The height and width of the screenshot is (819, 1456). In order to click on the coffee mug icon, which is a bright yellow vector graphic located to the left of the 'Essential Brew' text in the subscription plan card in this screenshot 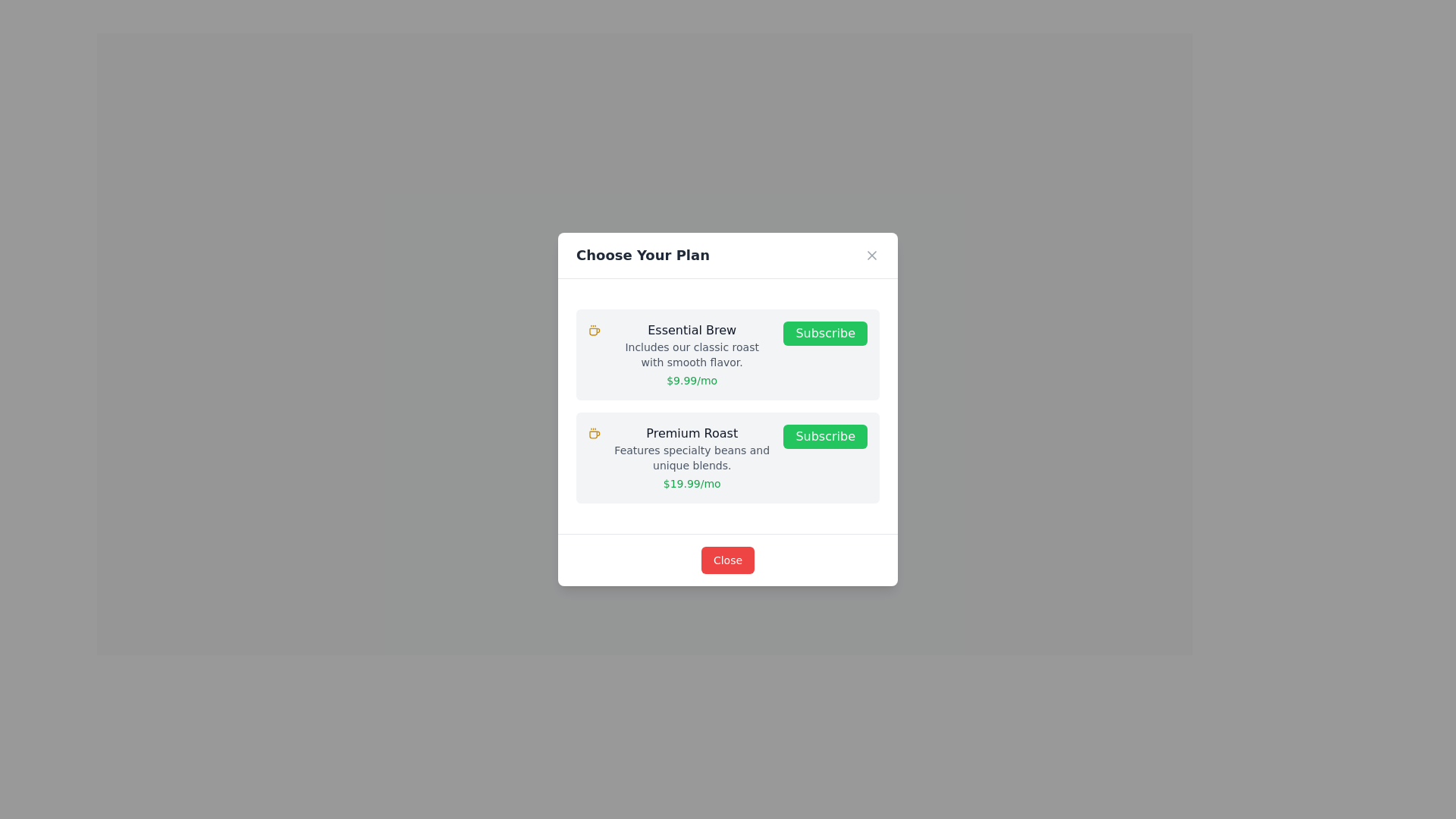, I will do `click(593, 329)`.